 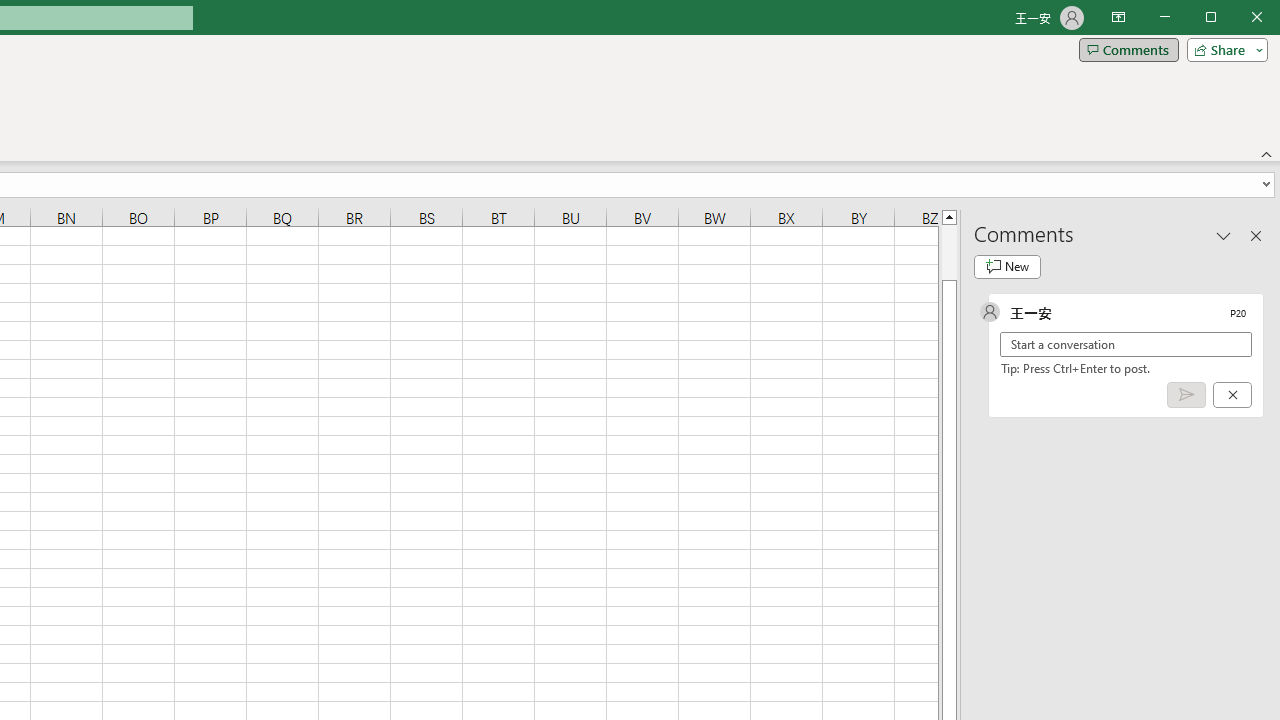 What do you see at coordinates (1186, 395) in the screenshot?
I see `'Post comment (Ctrl + Enter)'` at bounding box center [1186, 395].